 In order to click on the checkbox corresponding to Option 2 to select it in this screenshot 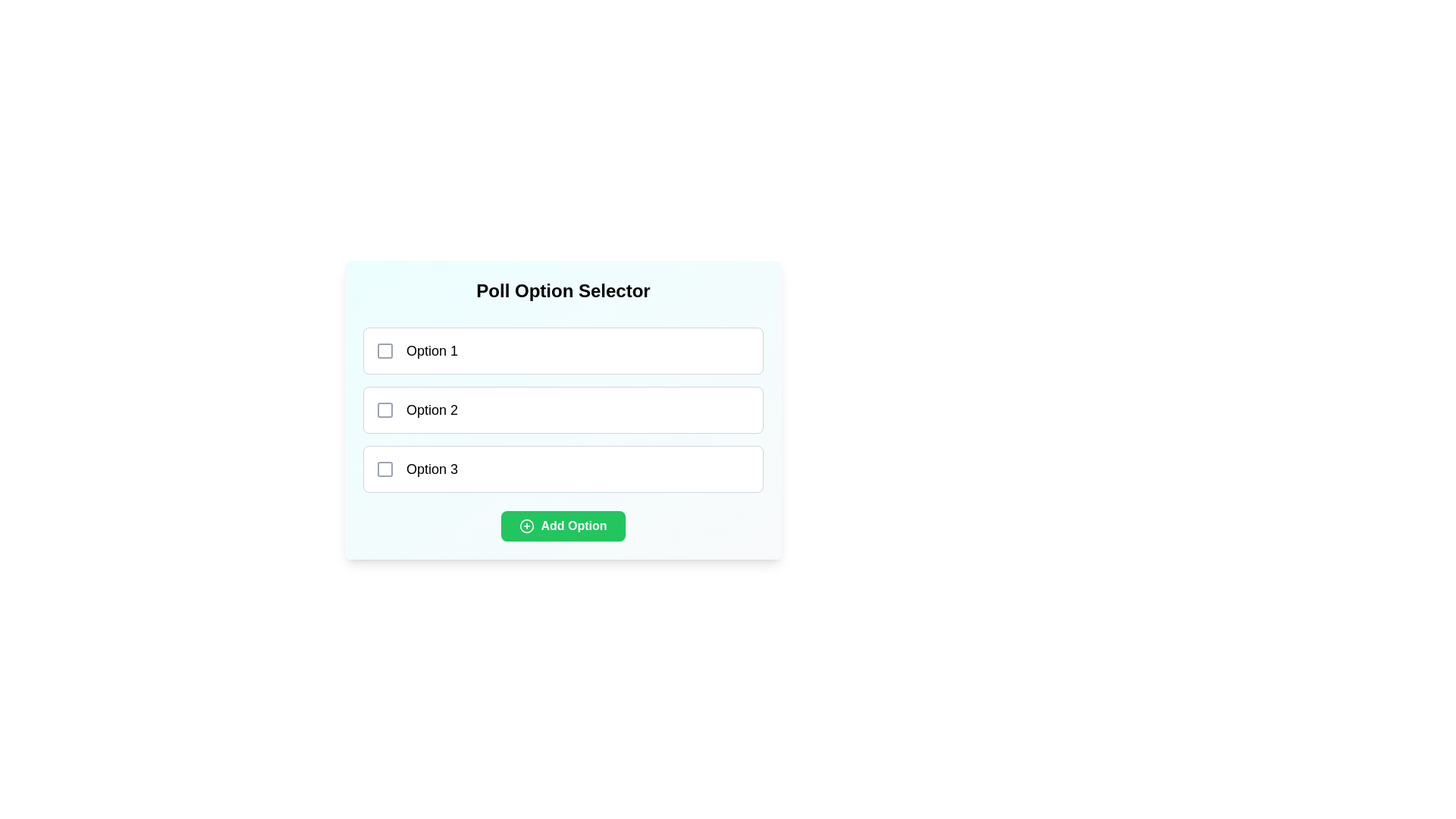, I will do `click(385, 409)`.